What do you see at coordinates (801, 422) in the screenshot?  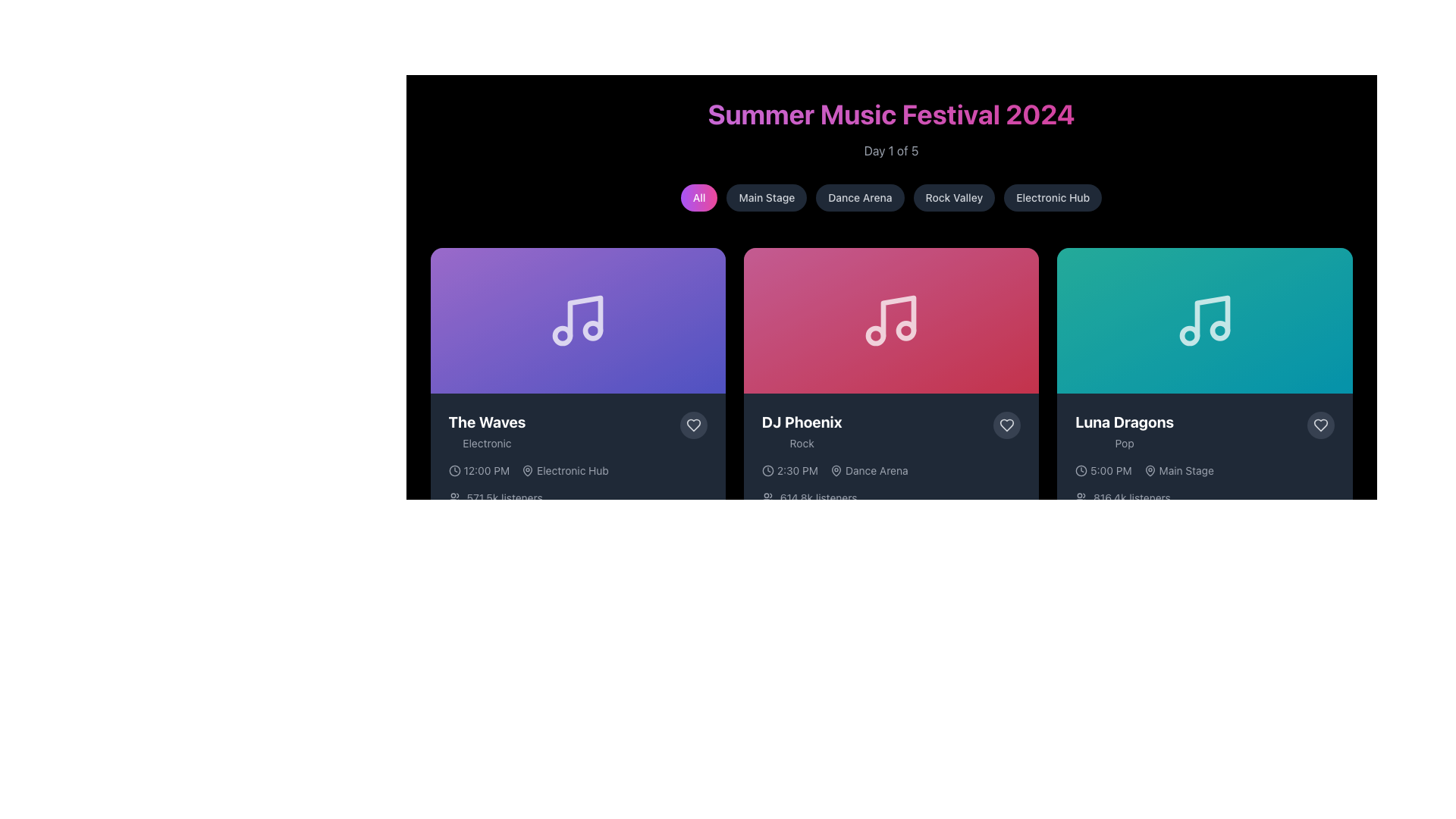 I see `bold, large-font text label 'DJ Phoenix' styled in white against a dark background, located above the smaller text label 'Rock' in the central red section of the layout` at bounding box center [801, 422].